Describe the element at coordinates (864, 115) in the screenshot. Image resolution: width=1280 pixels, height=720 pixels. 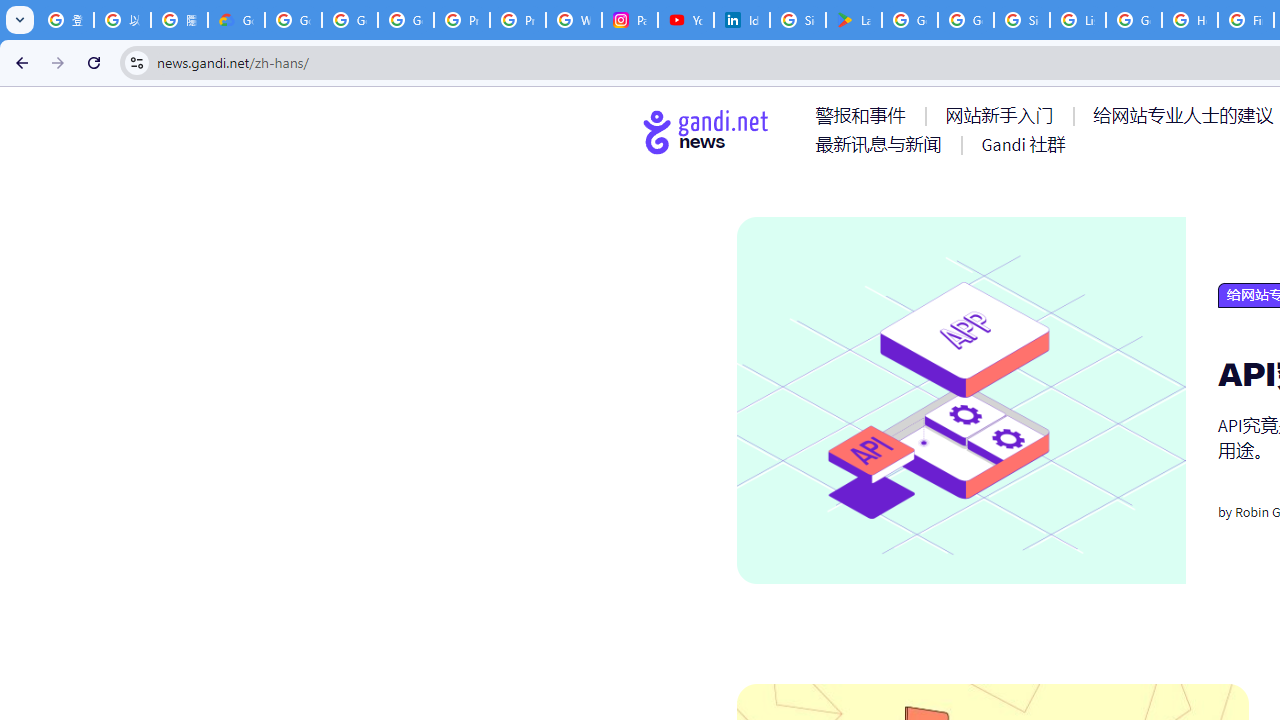
I see `'AutomationID: menu-item-77761'` at that location.